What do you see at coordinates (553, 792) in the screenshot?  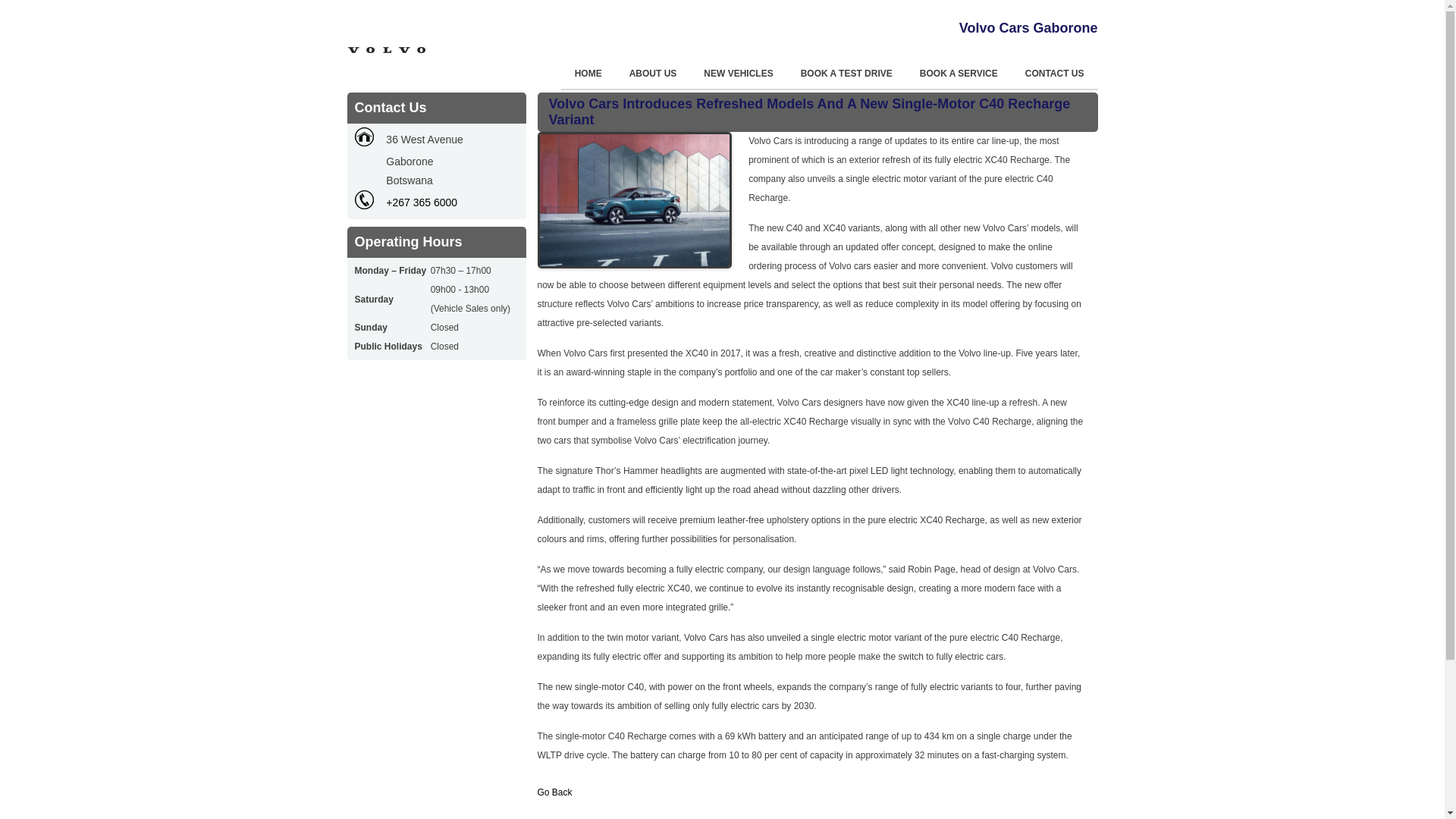 I see `'Go Back'` at bounding box center [553, 792].